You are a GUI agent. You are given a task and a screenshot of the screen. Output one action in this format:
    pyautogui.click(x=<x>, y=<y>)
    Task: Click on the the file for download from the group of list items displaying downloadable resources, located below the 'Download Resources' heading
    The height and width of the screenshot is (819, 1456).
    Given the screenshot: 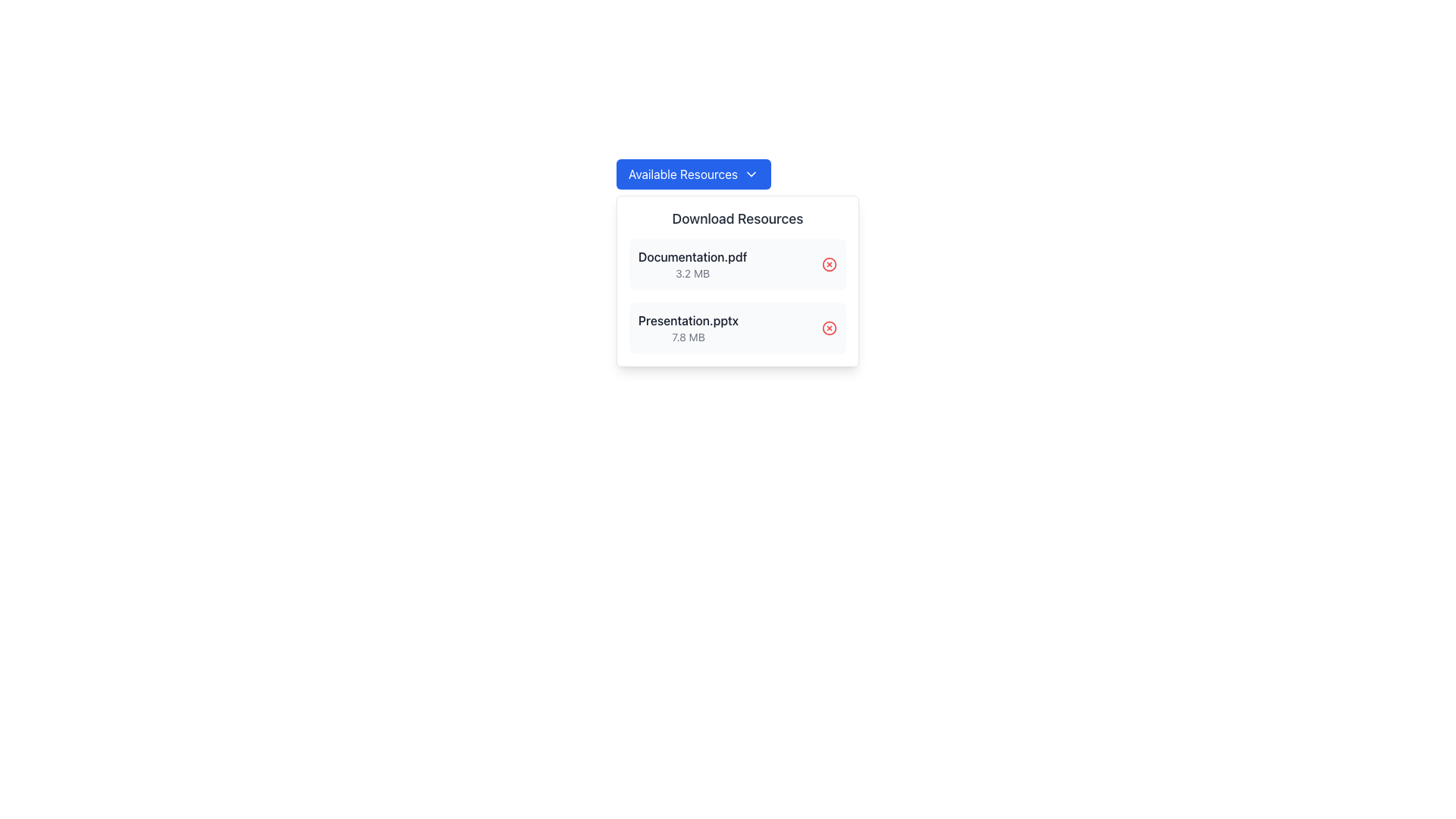 What is the action you would take?
    pyautogui.click(x=737, y=296)
    